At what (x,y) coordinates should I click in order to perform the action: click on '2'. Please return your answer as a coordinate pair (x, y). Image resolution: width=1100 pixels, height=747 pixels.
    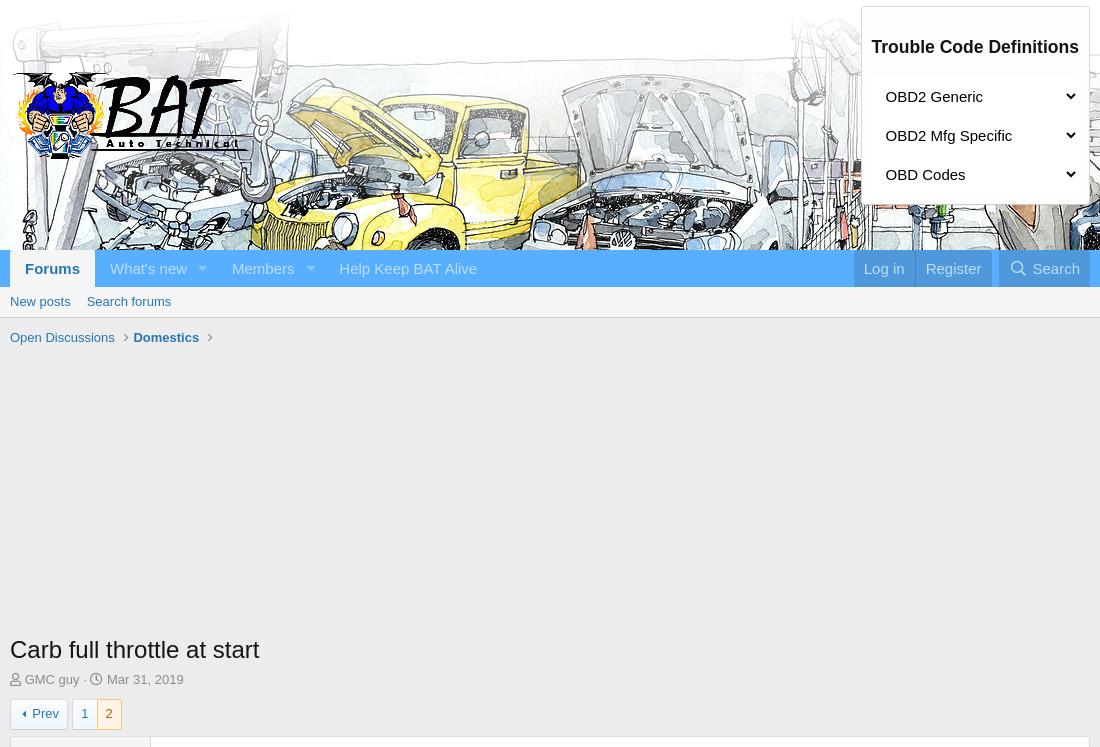
    Looking at the image, I should click on (108, 712).